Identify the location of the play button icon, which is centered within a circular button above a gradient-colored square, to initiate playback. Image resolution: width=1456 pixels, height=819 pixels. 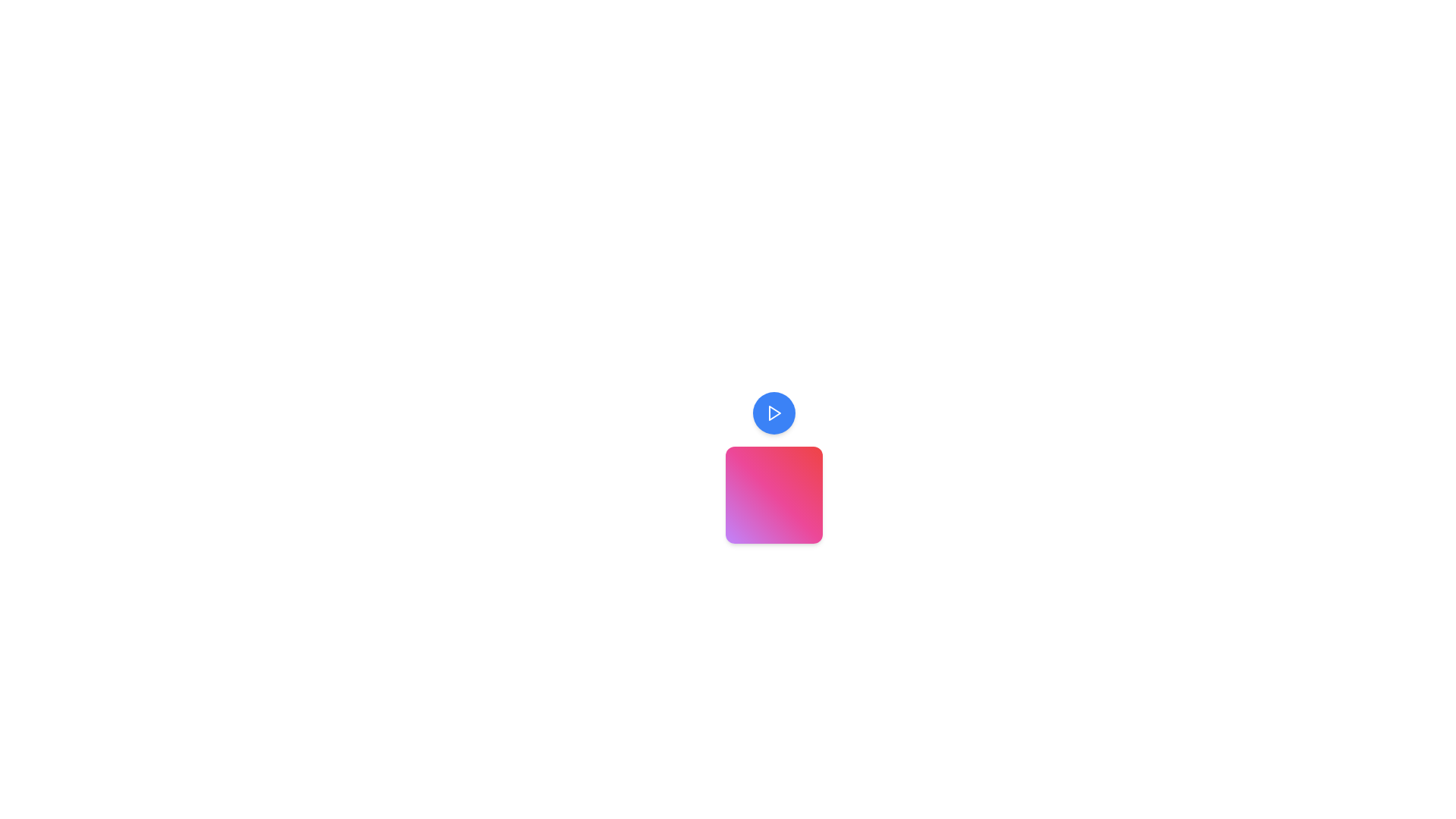
(773, 413).